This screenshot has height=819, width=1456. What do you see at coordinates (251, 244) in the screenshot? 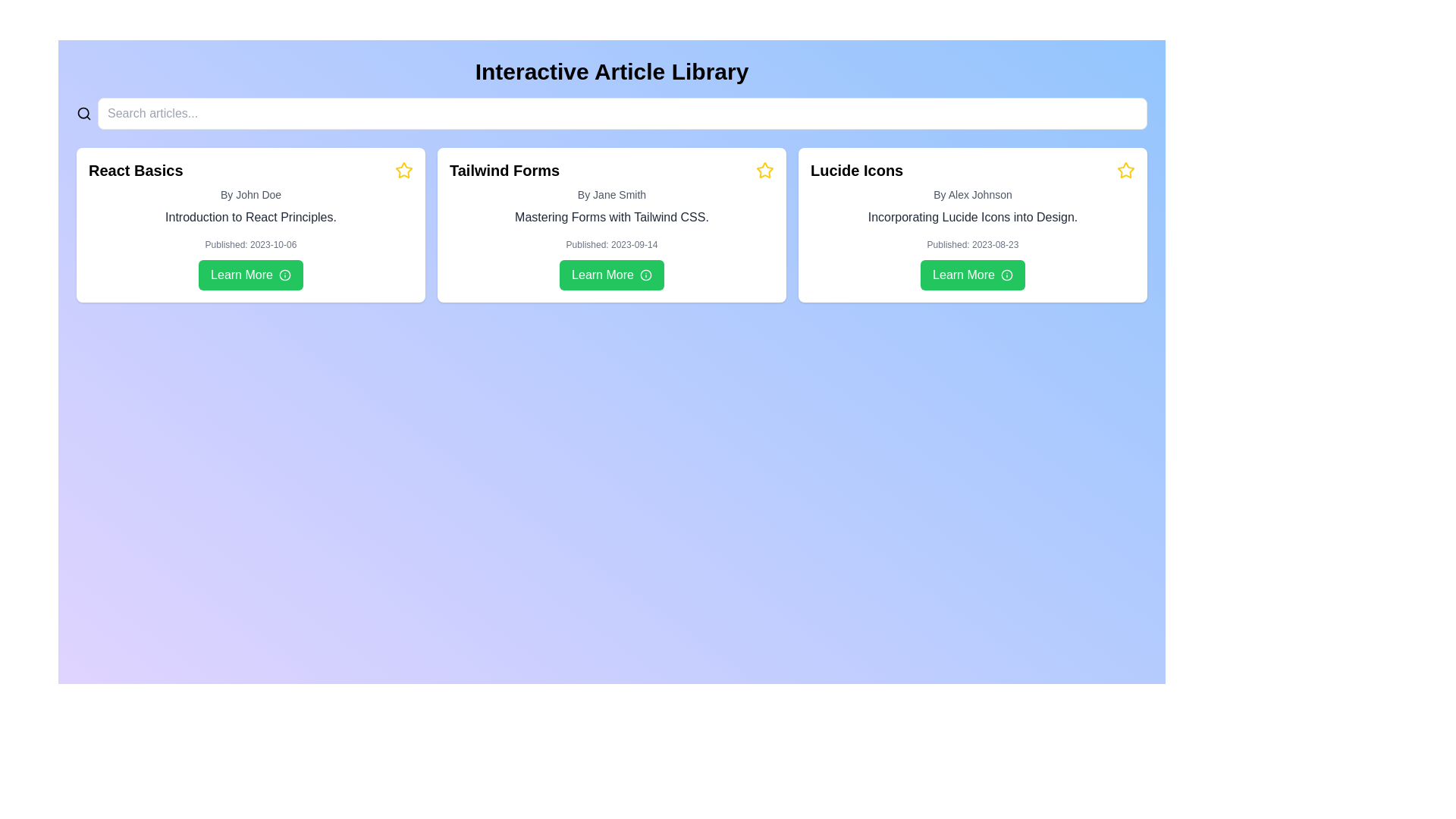
I see `the text label displaying 'Published: 2023-10-06'` at bounding box center [251, 244].